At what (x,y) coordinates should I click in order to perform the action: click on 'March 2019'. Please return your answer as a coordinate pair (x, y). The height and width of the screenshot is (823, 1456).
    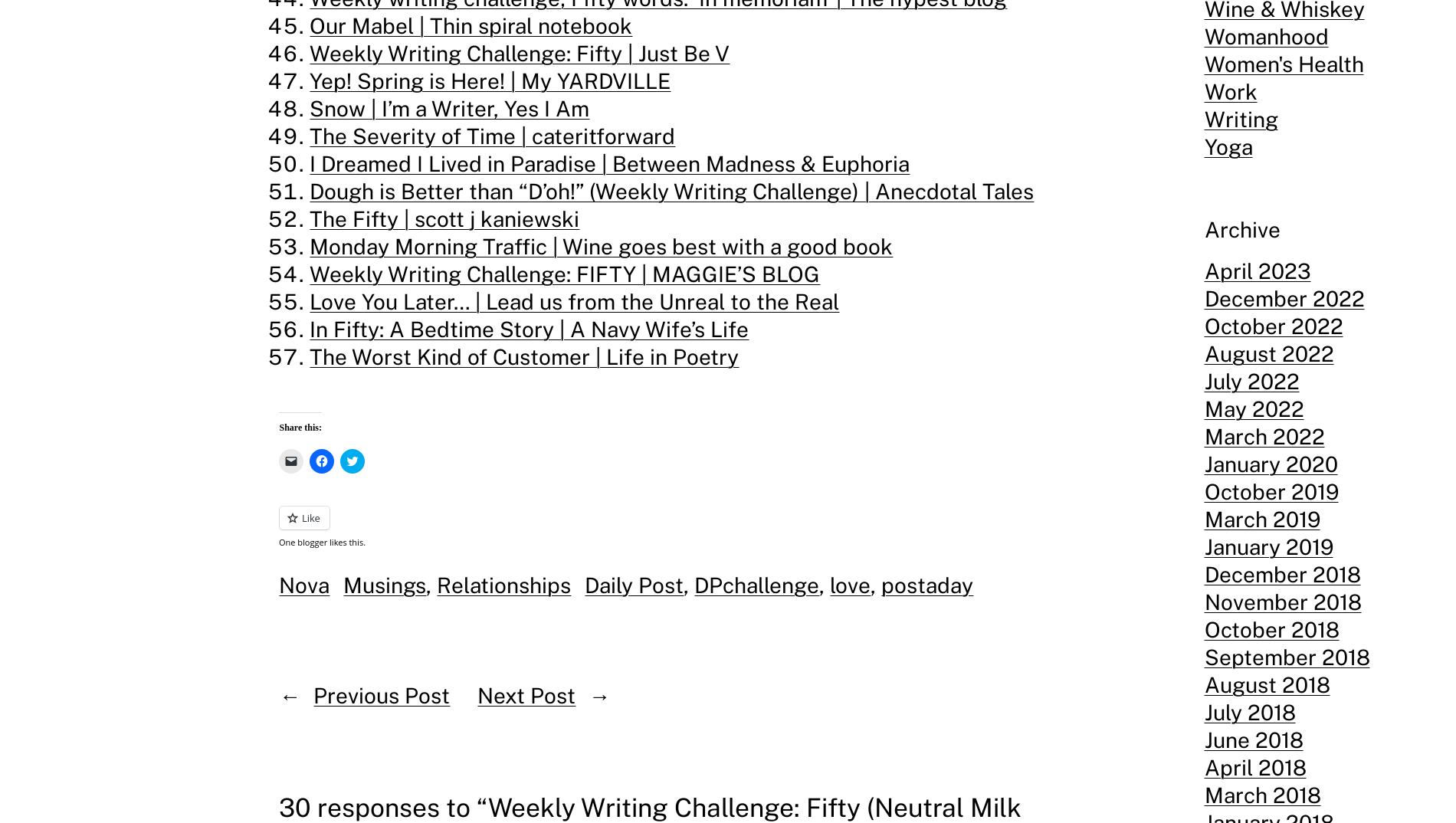
    Looking at the image, I should click on (1261, 518).